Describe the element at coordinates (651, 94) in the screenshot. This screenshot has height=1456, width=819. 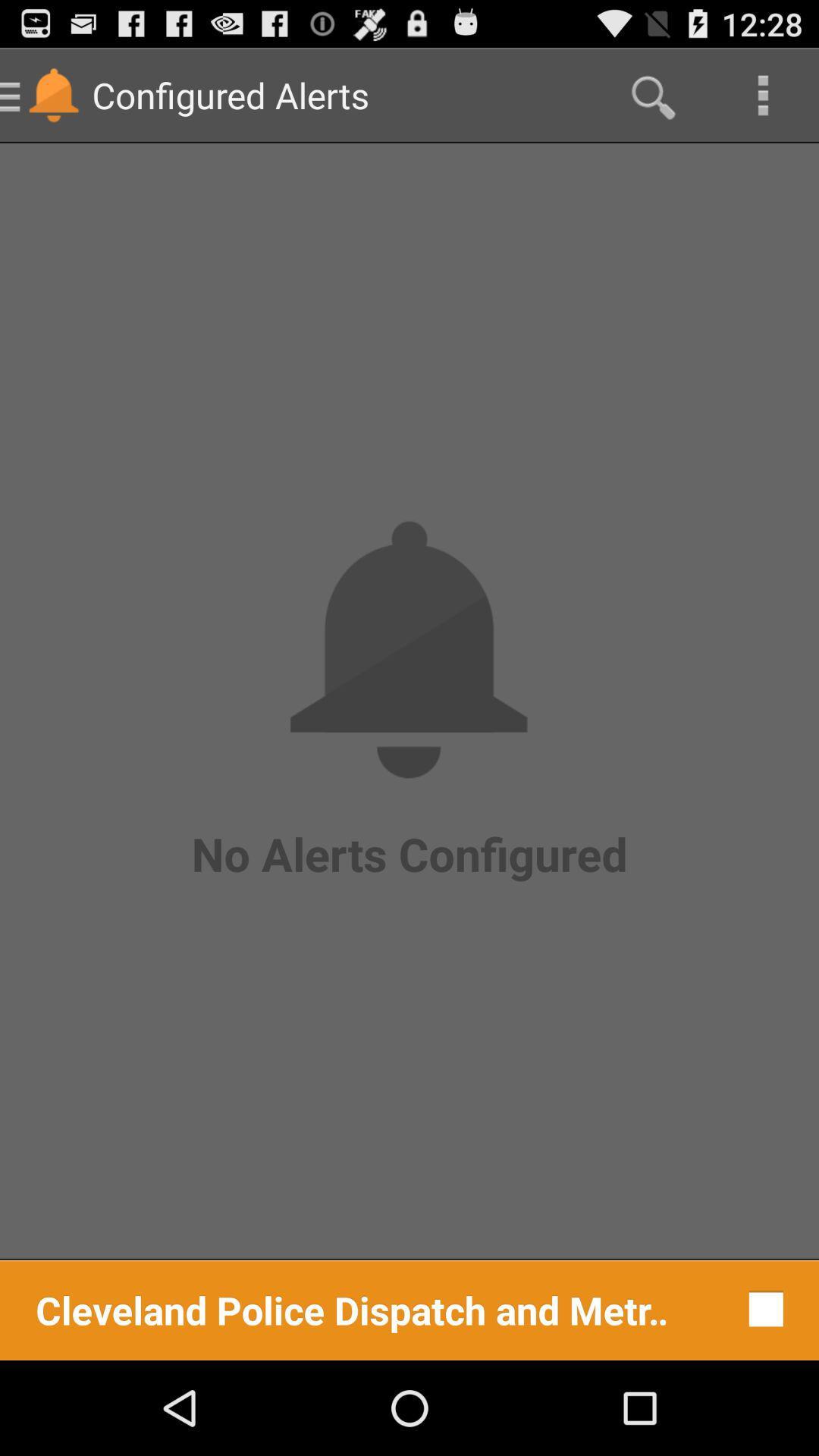
I see `item above no alerts configured icon` at that location.